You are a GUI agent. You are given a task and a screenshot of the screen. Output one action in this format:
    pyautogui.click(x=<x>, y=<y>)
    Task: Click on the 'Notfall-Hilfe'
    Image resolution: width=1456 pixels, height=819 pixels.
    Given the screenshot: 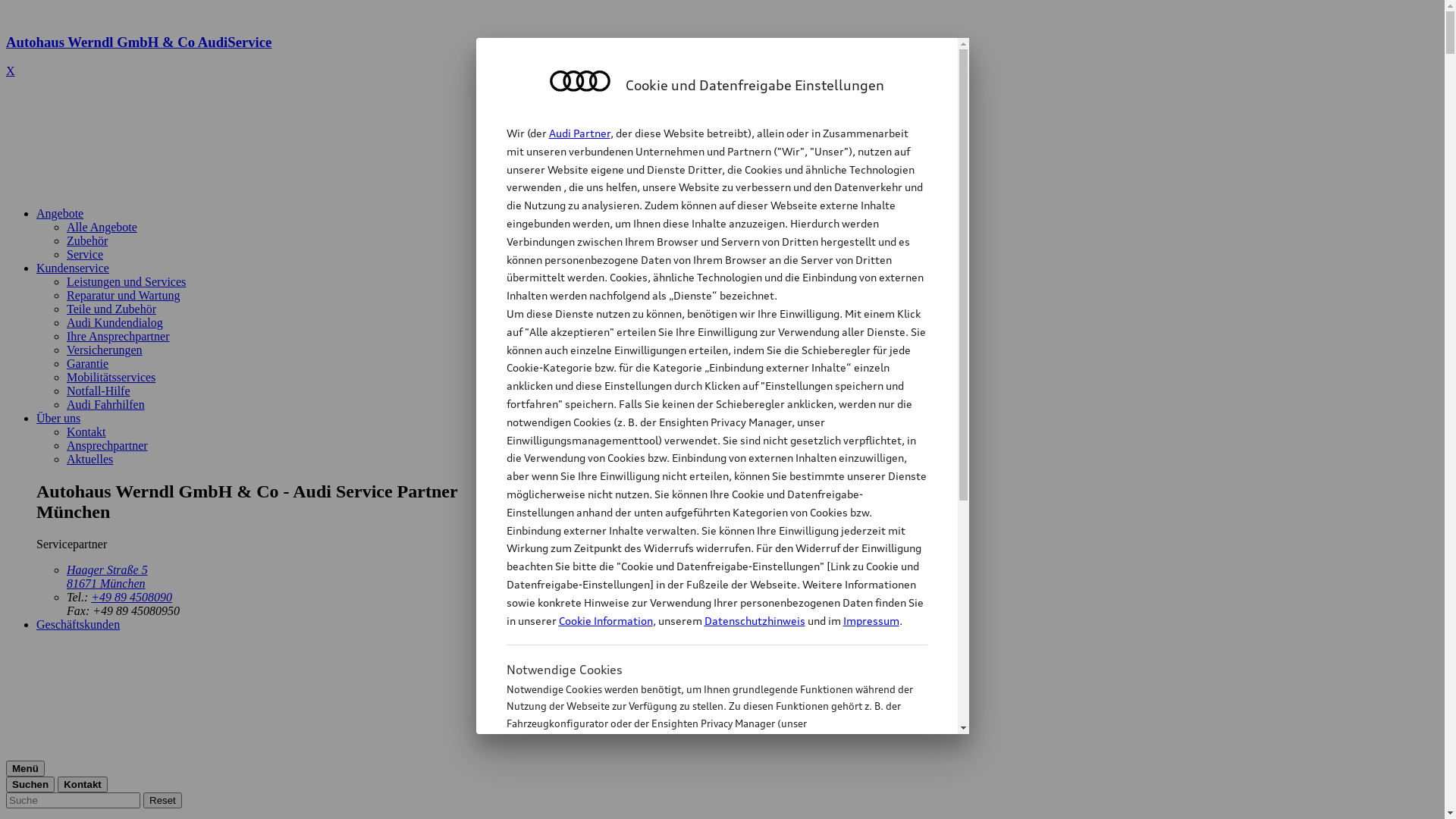 What is the action you would take?
    pyautogui.click(x=65, y=390)
    